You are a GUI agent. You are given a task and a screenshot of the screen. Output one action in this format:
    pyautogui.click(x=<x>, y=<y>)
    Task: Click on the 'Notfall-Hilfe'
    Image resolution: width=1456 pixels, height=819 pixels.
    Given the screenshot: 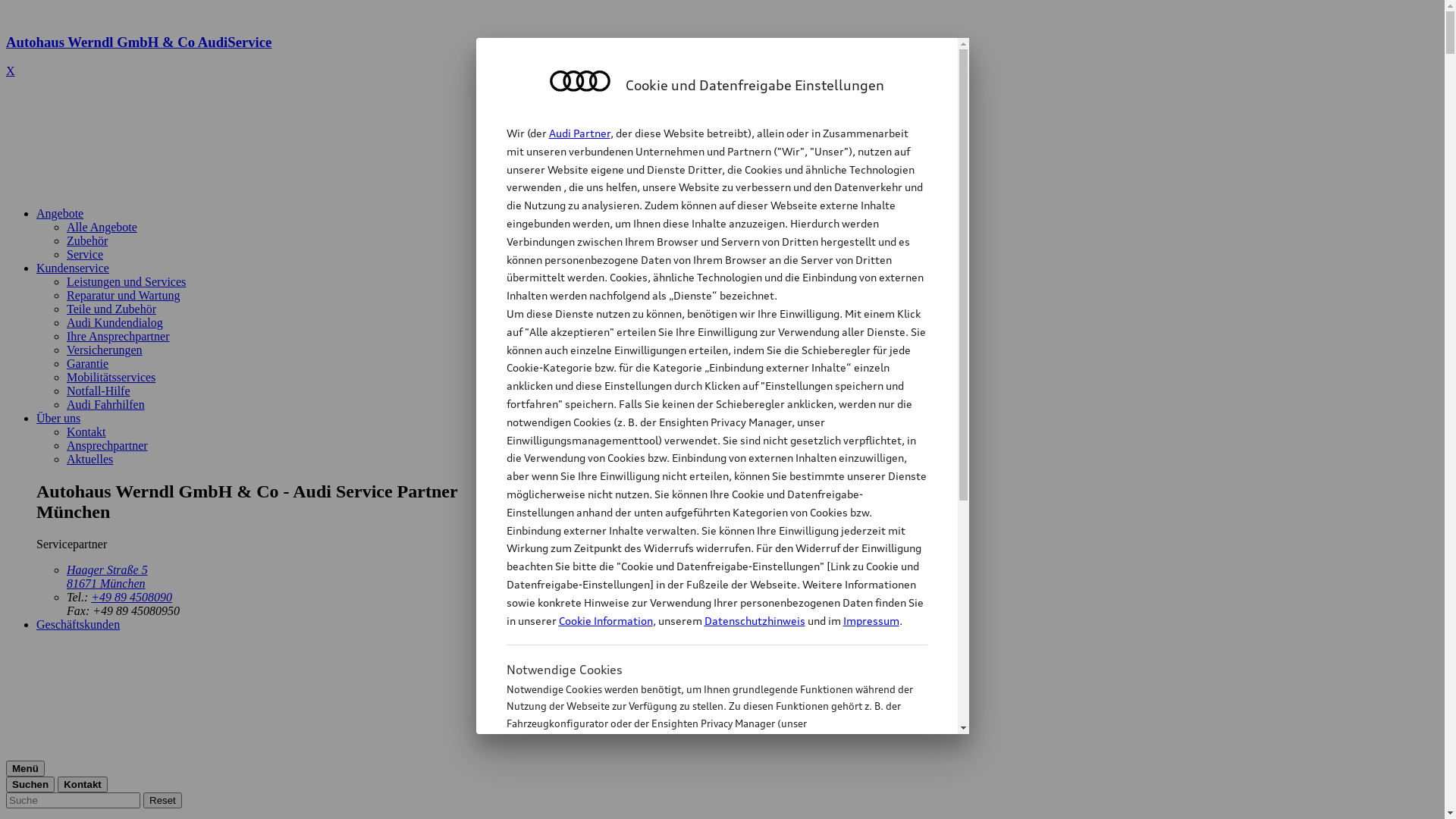 What is the action you would take?
    pyautogui.click(x=65, y=390)
    